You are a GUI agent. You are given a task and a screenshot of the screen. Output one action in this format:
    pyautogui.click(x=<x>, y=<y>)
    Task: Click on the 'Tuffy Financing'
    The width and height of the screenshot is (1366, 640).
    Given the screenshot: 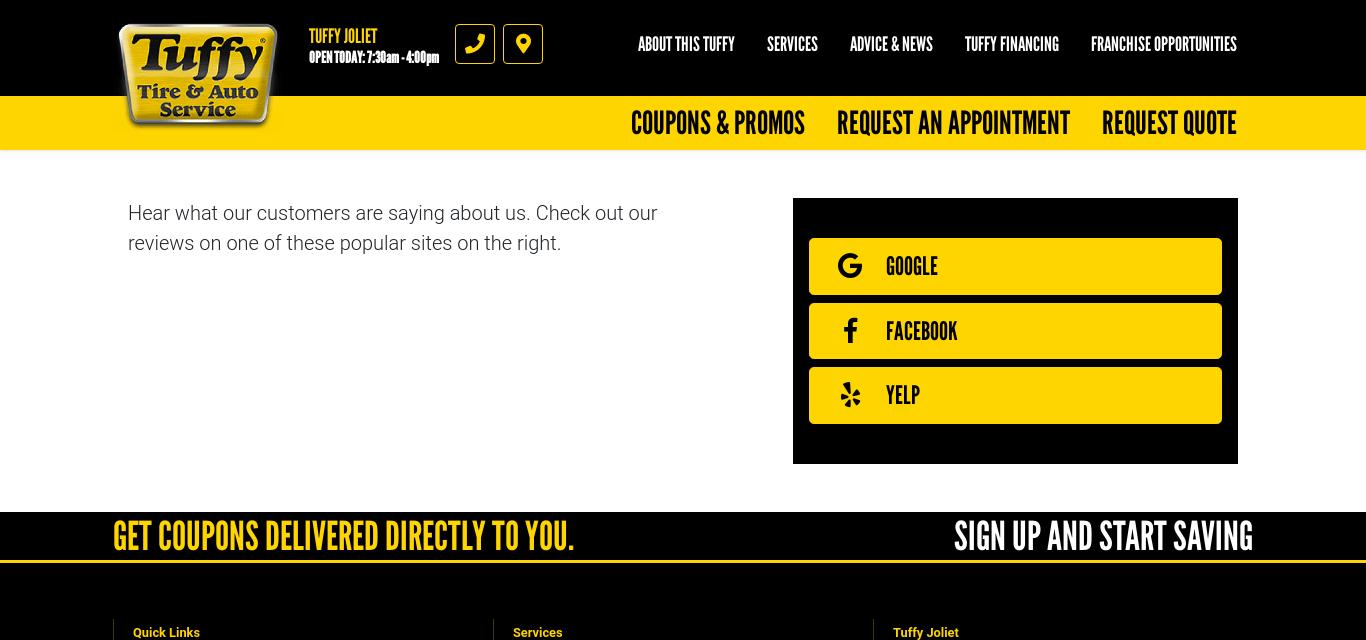 What is the action you would take?
    pyautogui.click(x=1011, y=44)
    